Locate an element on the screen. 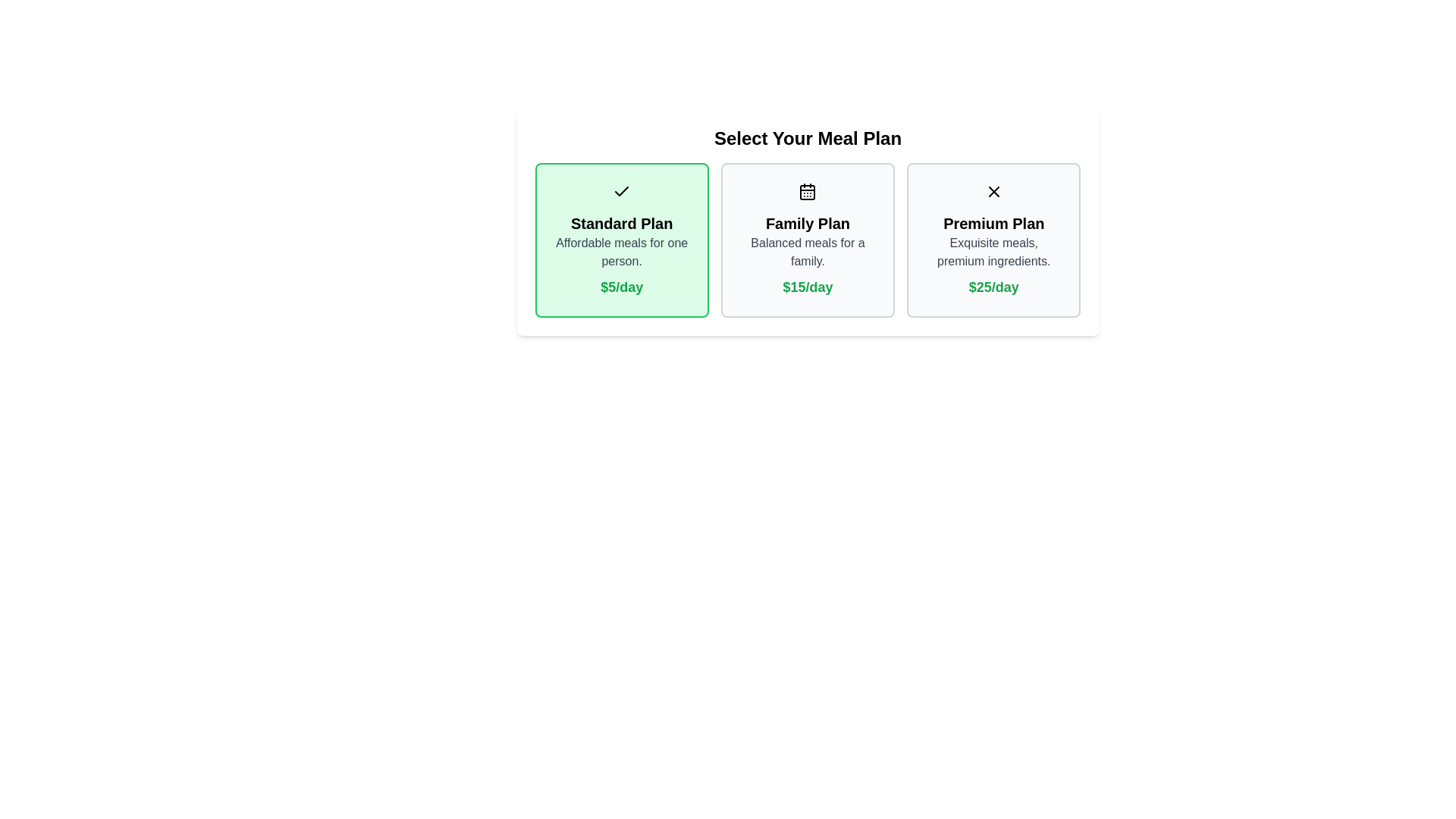  the 'Standard Plan' Selectable Card, which is the first of three horizontally-arranged cards in the interface is located at coordinates (622, 239).